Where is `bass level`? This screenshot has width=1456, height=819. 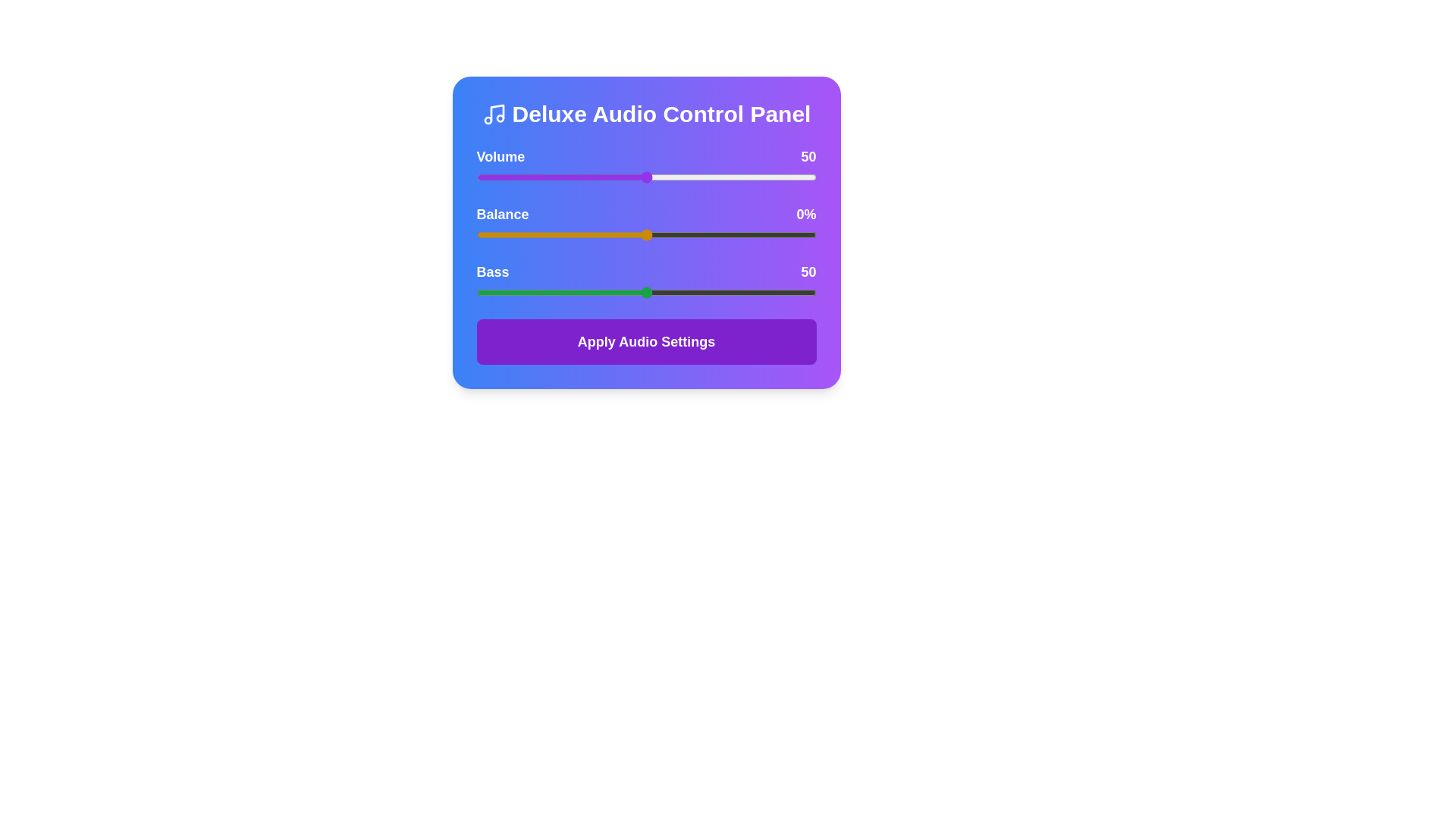
bass level is located at coordinates (601, 292).